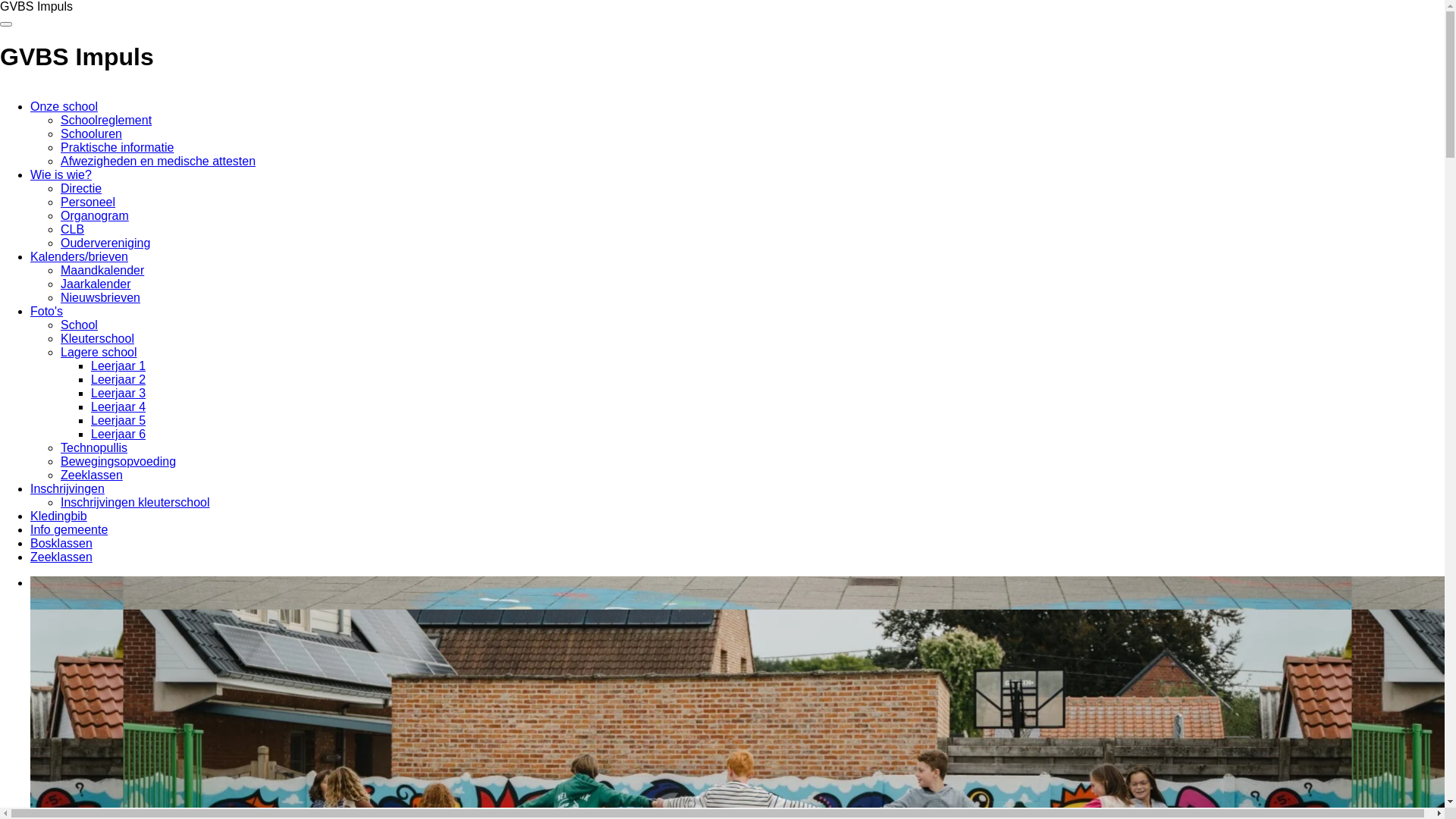 The width and height of the screenshot is (1456, 819). What do you see at coordinates (158, 161) in the screenshot?
I see `'Afwezigheden en medische attesten'` at bounding box center [158, 161].